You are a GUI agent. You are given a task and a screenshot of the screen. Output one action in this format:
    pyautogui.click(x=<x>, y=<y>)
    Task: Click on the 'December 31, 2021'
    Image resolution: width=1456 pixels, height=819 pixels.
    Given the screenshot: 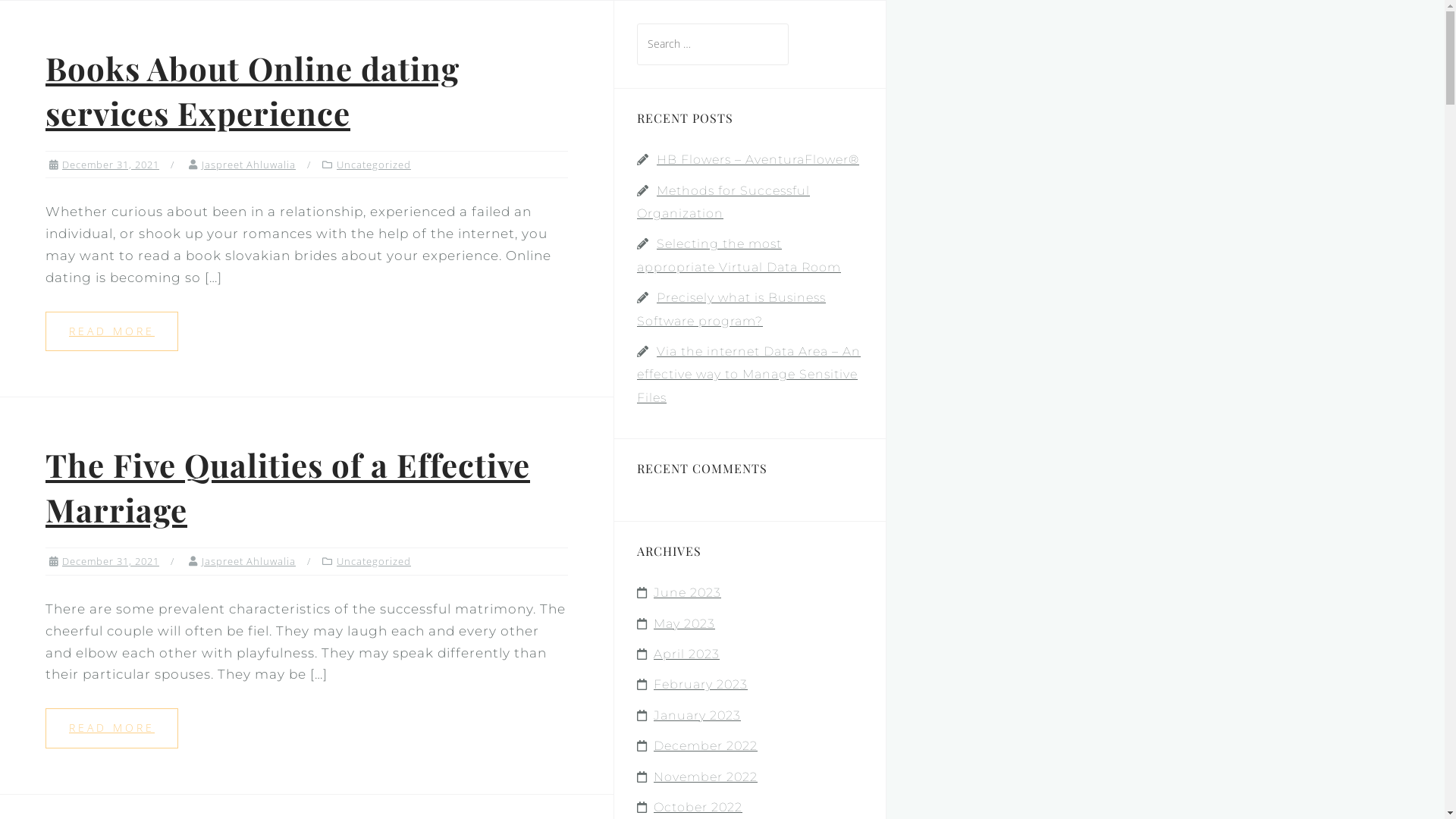 What is the action you would take?
    pyautogui.click(x=109, y=164)
    